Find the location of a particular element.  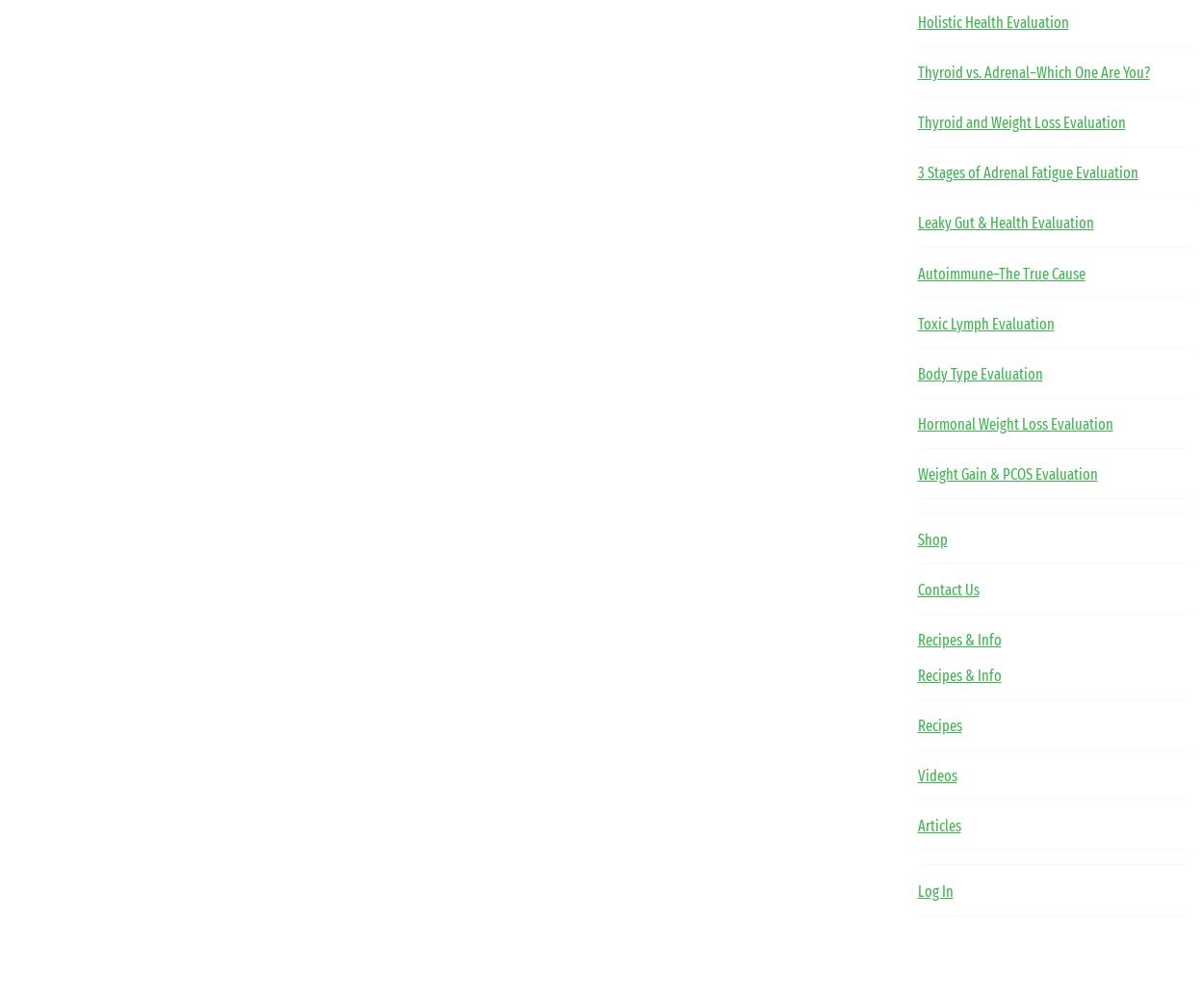

'Toxic Lymph Evaluation' is located at coordinates (985, 323).